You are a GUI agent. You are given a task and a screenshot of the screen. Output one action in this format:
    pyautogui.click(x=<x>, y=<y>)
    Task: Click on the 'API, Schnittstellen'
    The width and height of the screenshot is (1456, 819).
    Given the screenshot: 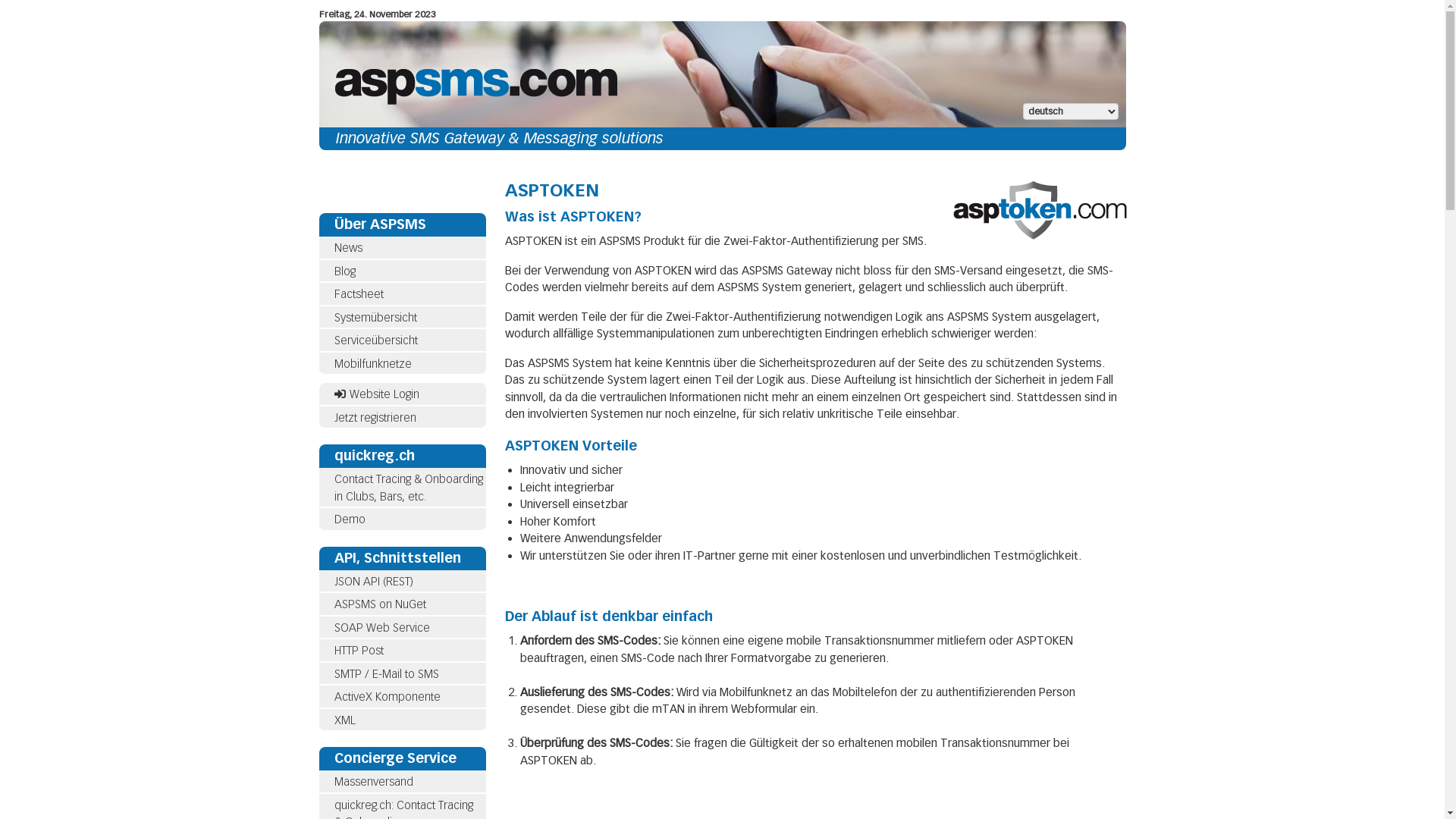 What is the action you would take?
    pyautogui.click(x=333, y=557)
    